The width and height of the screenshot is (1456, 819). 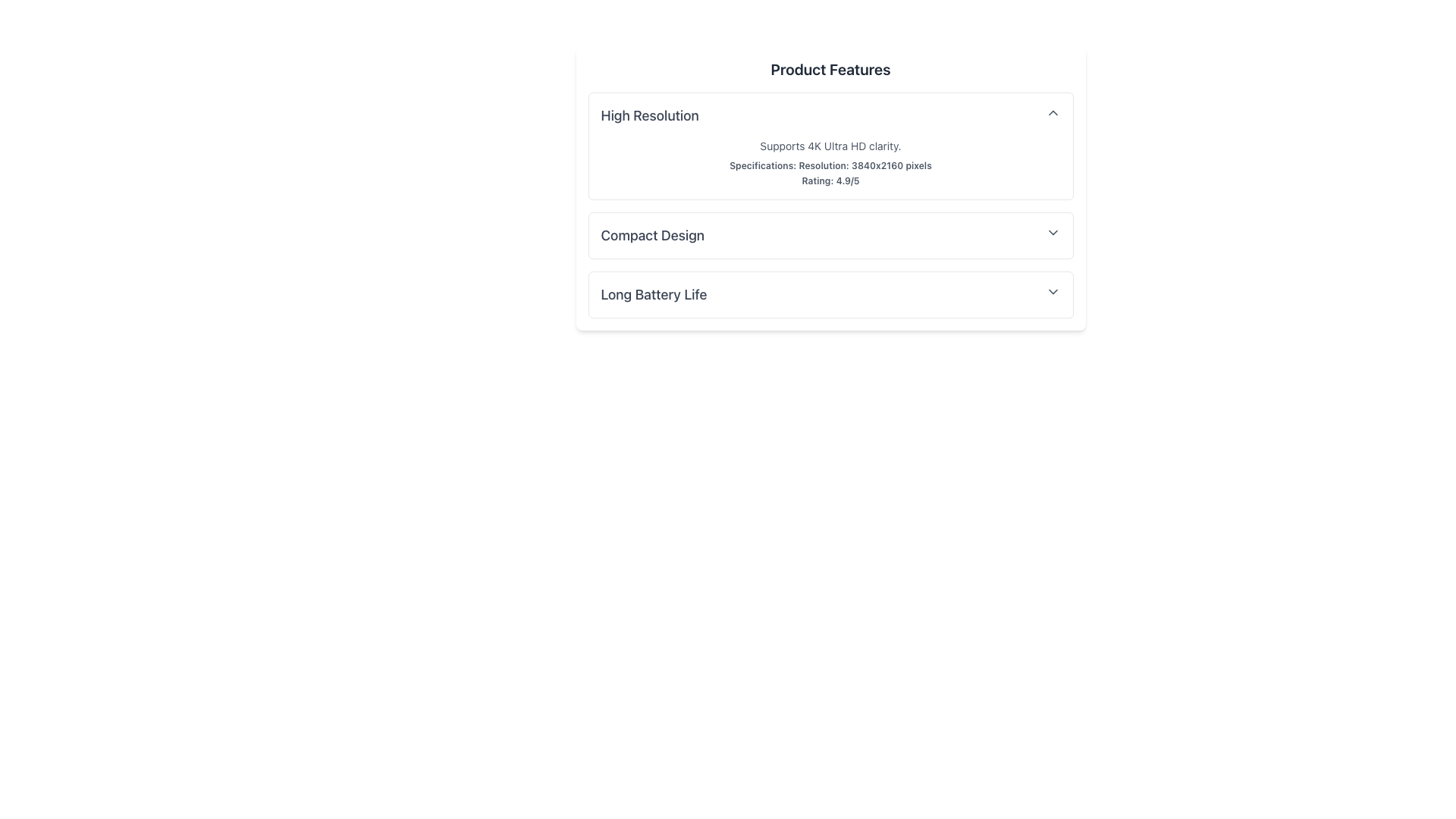 I want to click on the icon that toggles the visibility of additional content related to 'Long Battery Life', so click(x=1052, y=292).